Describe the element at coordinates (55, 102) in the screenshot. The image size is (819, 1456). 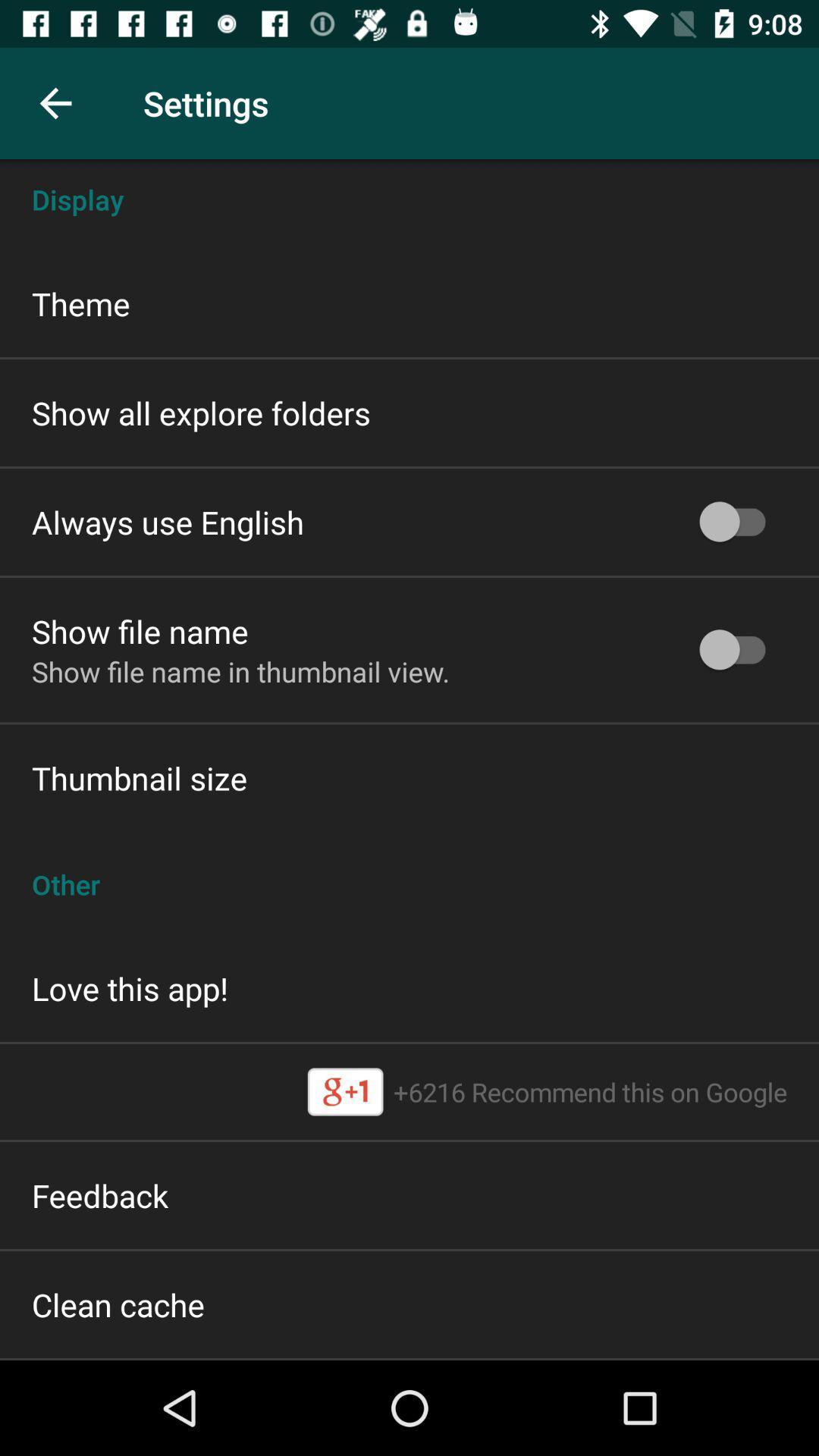
I see `item to the left of settings` at that location.